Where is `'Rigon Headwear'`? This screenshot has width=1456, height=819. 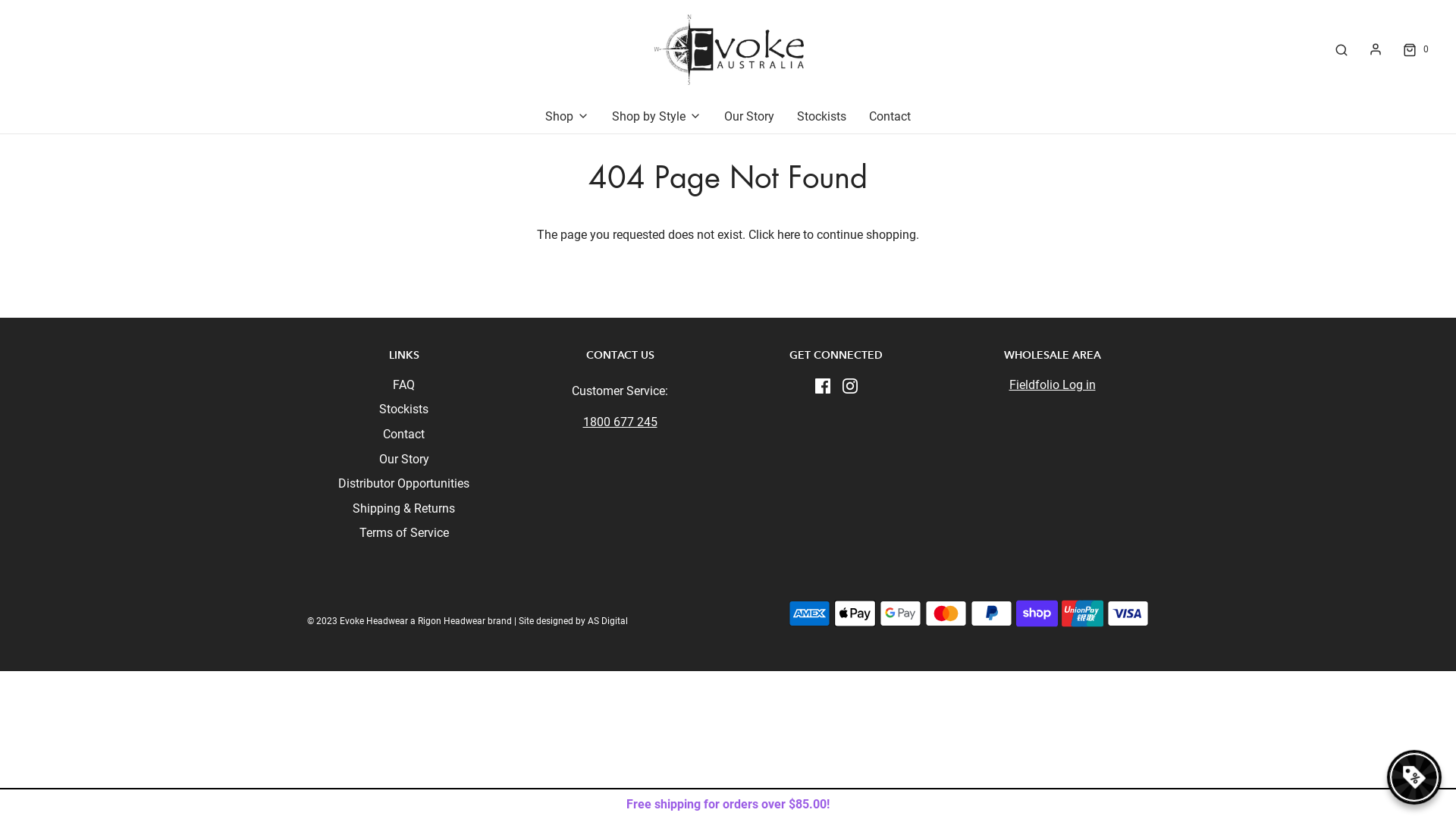 'Rigon Headwear' is located at coordinates (450, 620).